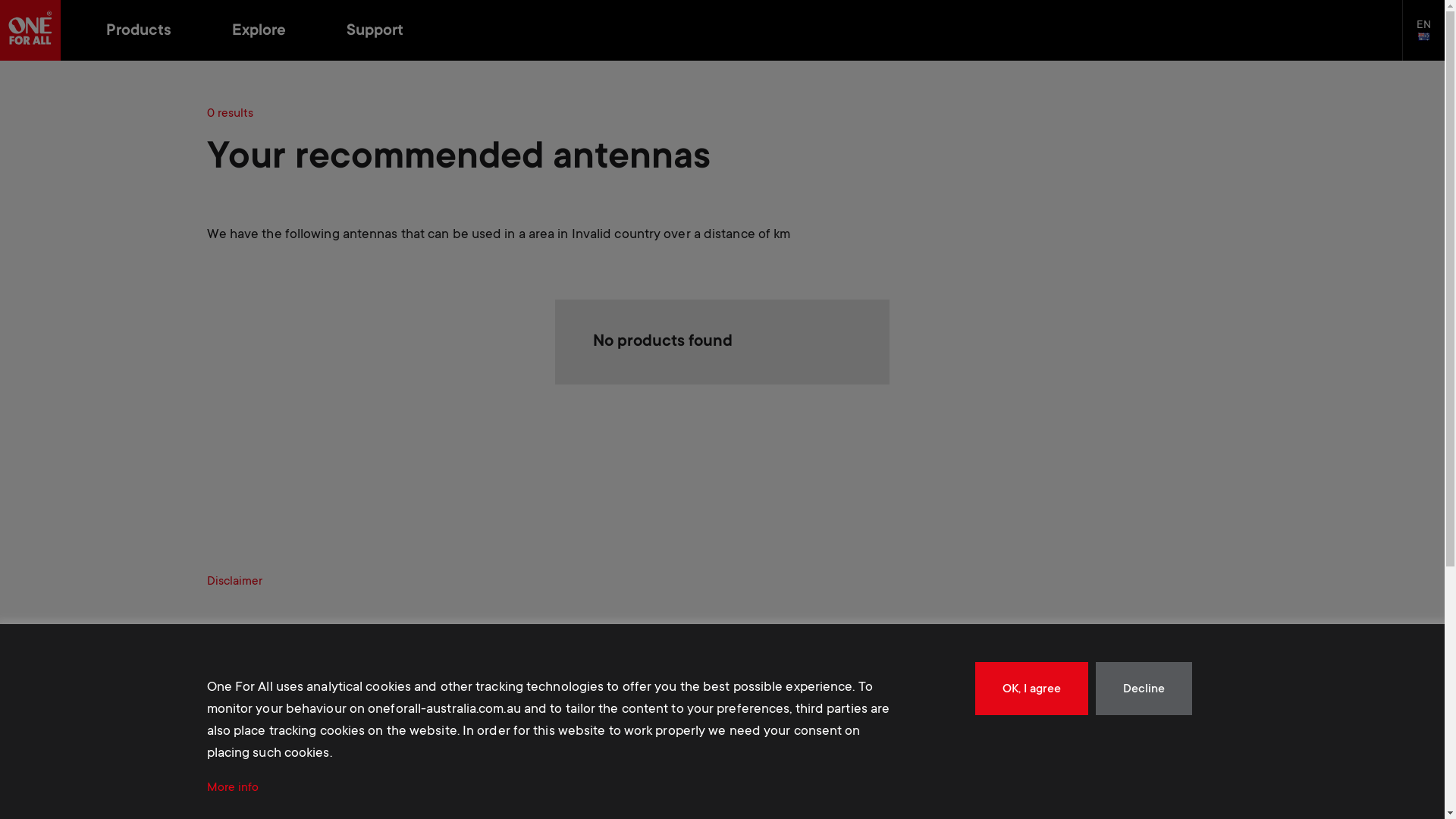  I want to click on 'OK, I agree', so click(1031, 688).